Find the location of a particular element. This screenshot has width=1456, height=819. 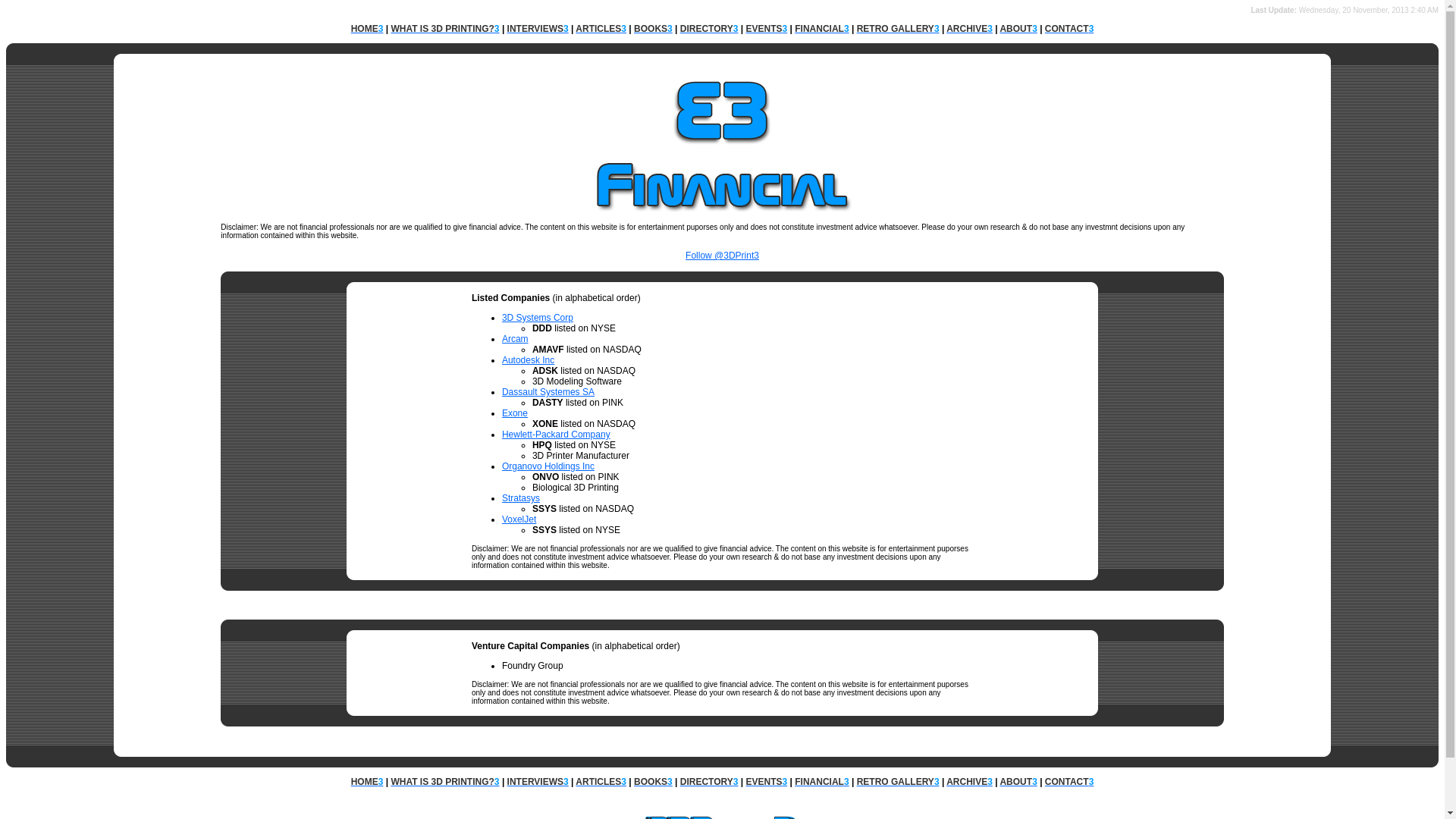

'BOOKS3' is located at coordinates (653, 29).